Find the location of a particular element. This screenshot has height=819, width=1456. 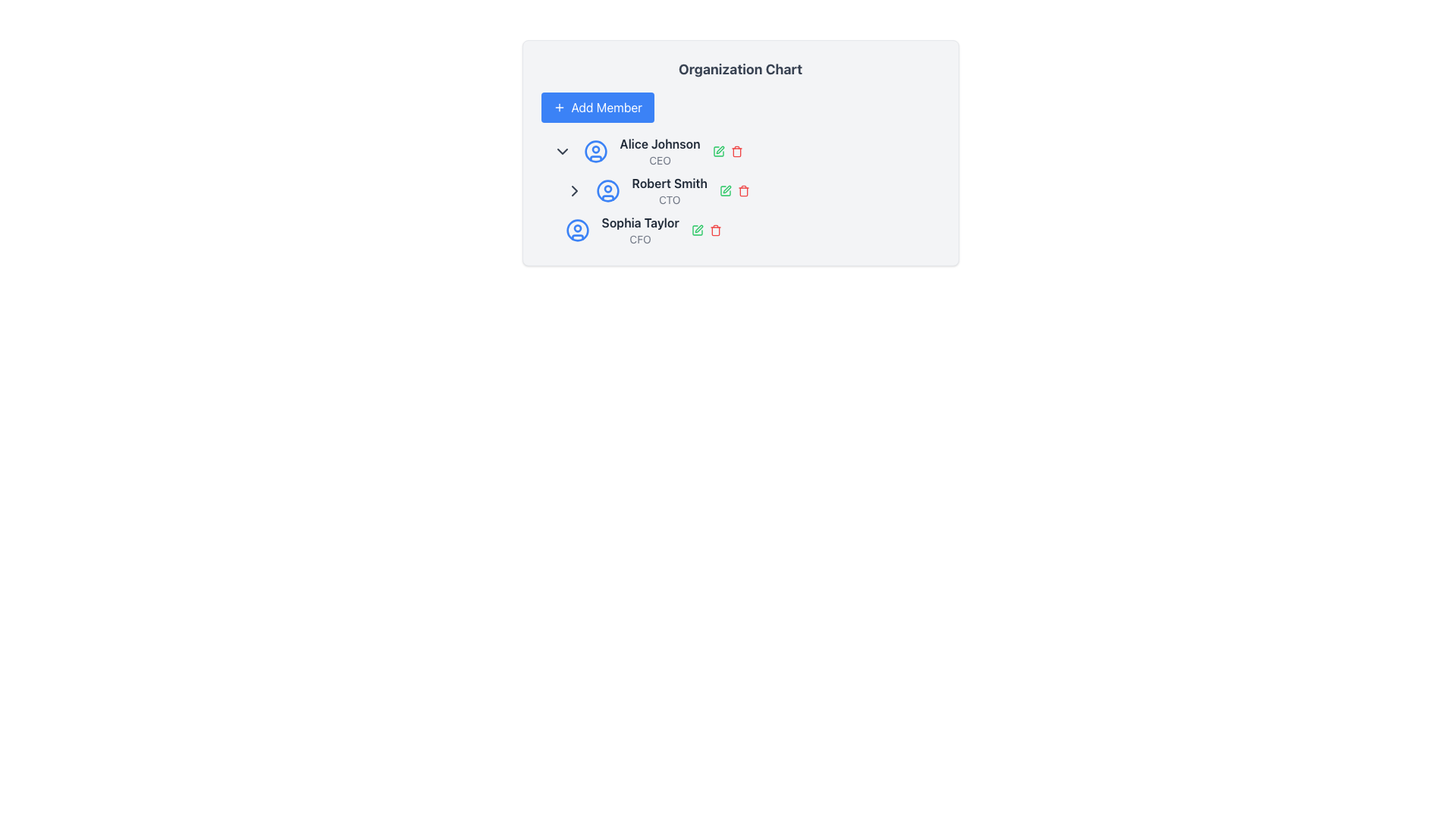

the text label reading 'CEO', which is styled in a smaller font size and lighter grey color, positioned directly beneath 'Alice Johnson' in the organizational chart component is located at coordinates (660, 161).